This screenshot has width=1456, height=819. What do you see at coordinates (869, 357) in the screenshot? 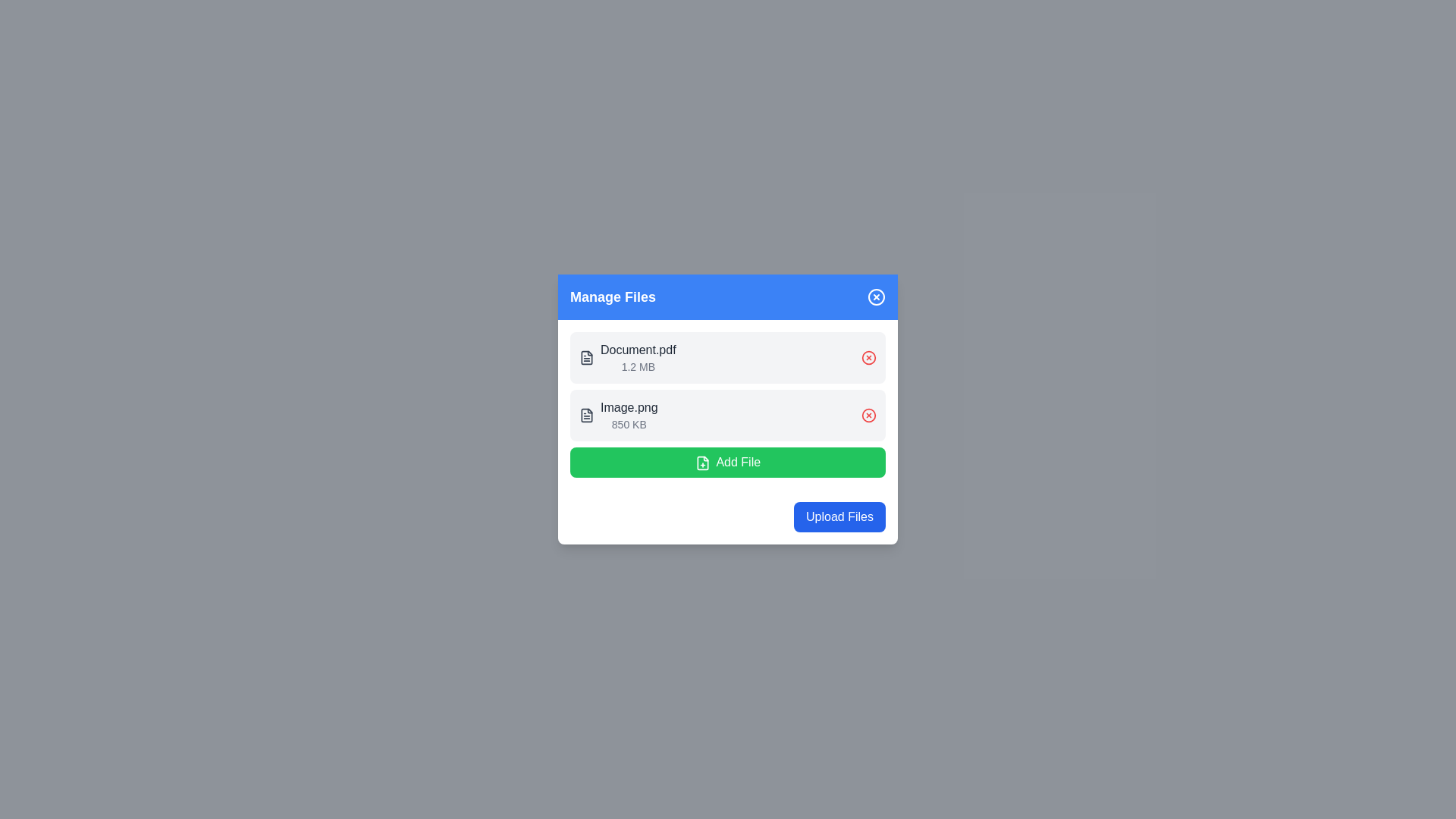
I see `the 'delete' button for the file 'Document.pdf'` at bounding box center [869, 357].